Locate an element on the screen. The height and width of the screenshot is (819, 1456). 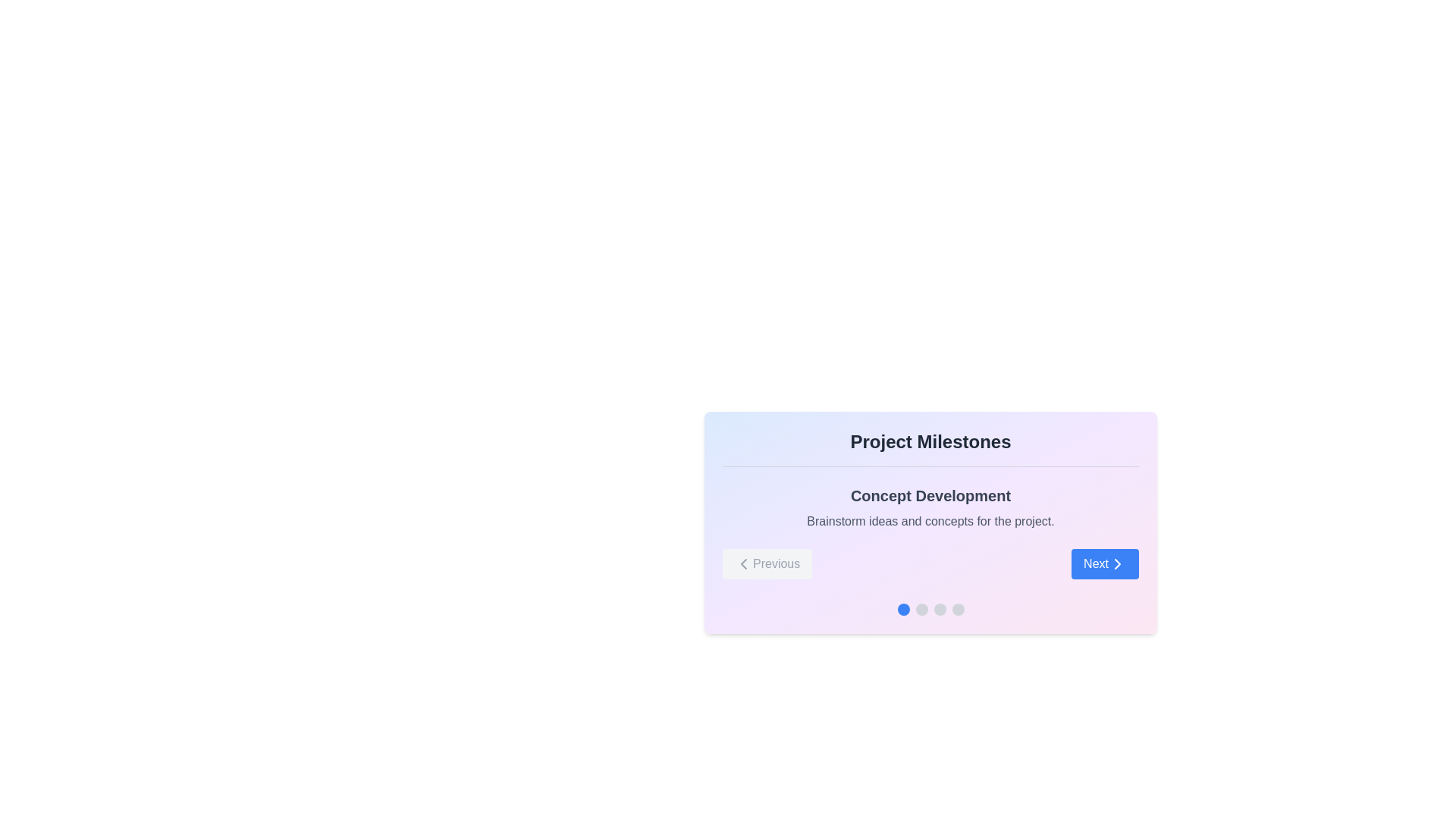
the 'Previous' button, which is styled with a rounded shape, light gray background, and gray text, located to the left of the 'Next' button in the navigation section is located at coordinates (767, 564).